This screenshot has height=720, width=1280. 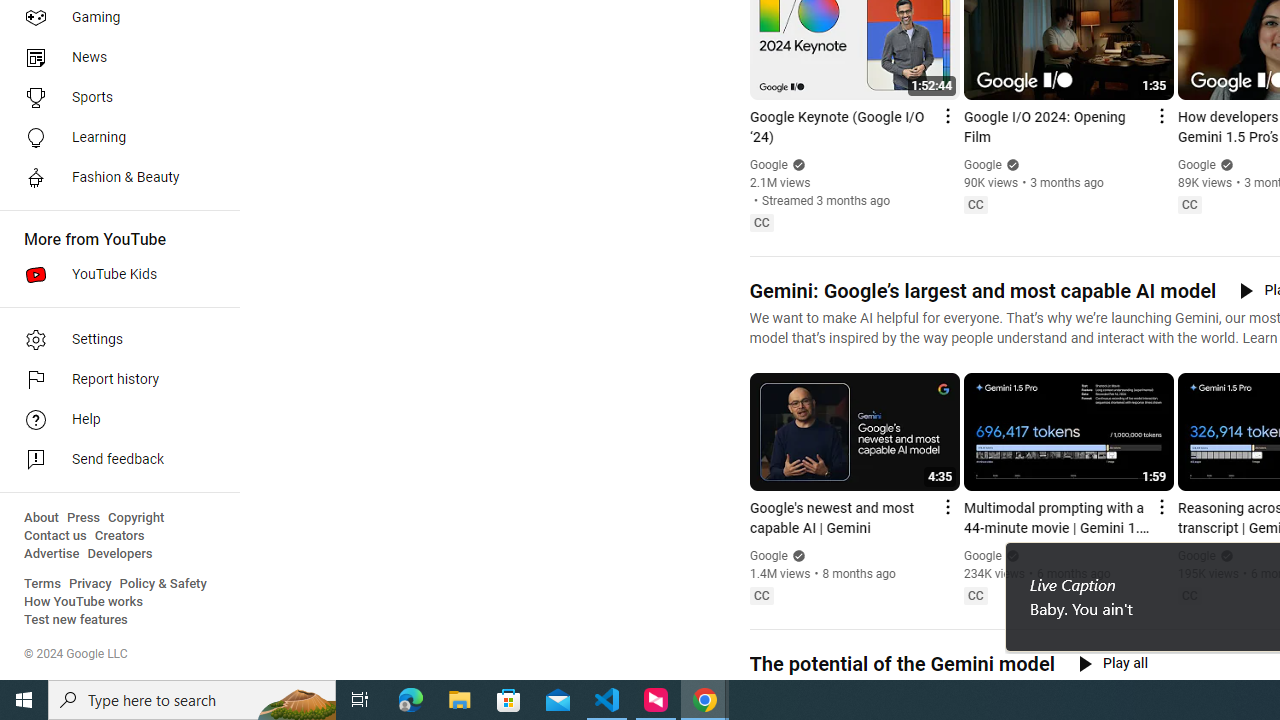 I want to click on 'Copyright', so click(x=135, y=517).